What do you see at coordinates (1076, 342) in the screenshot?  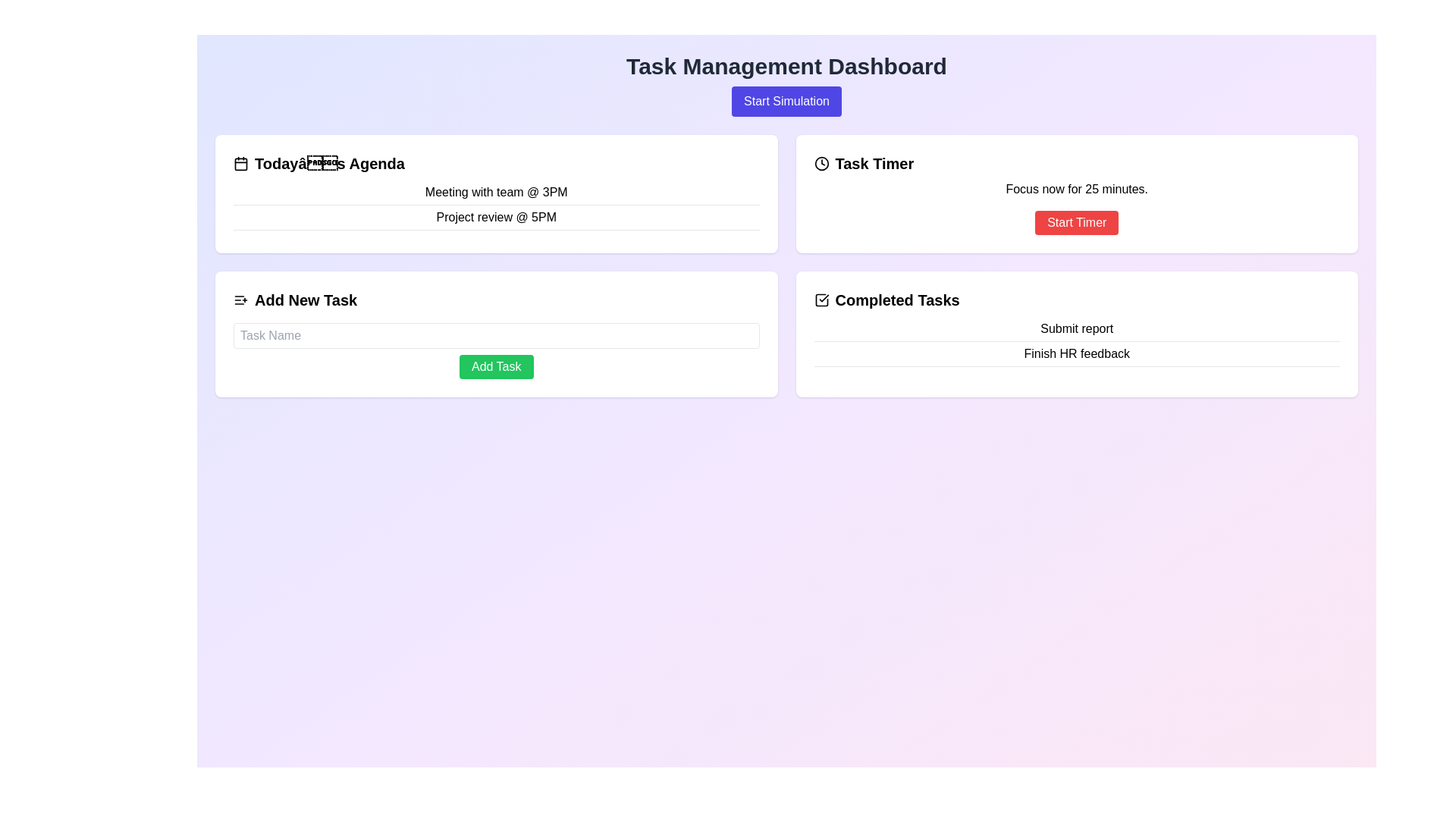 I see `the Task list component located under the 'Completed Tasks' section on the right-hand side of the interface by moving the cursor to its center point` at bounding box center [1076, 342].